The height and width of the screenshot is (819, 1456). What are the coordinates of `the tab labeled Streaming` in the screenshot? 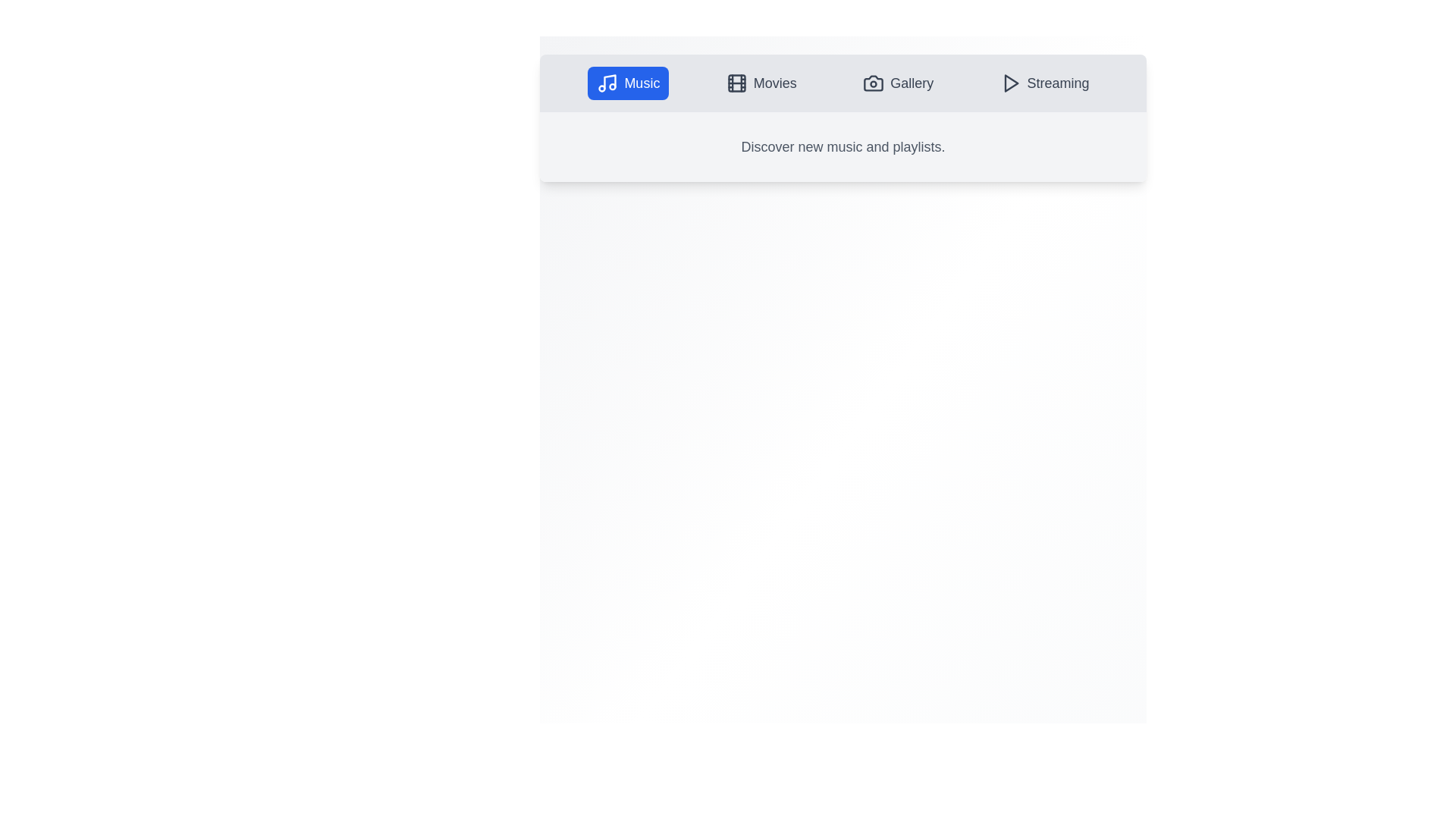 It's located at (1043, 83).